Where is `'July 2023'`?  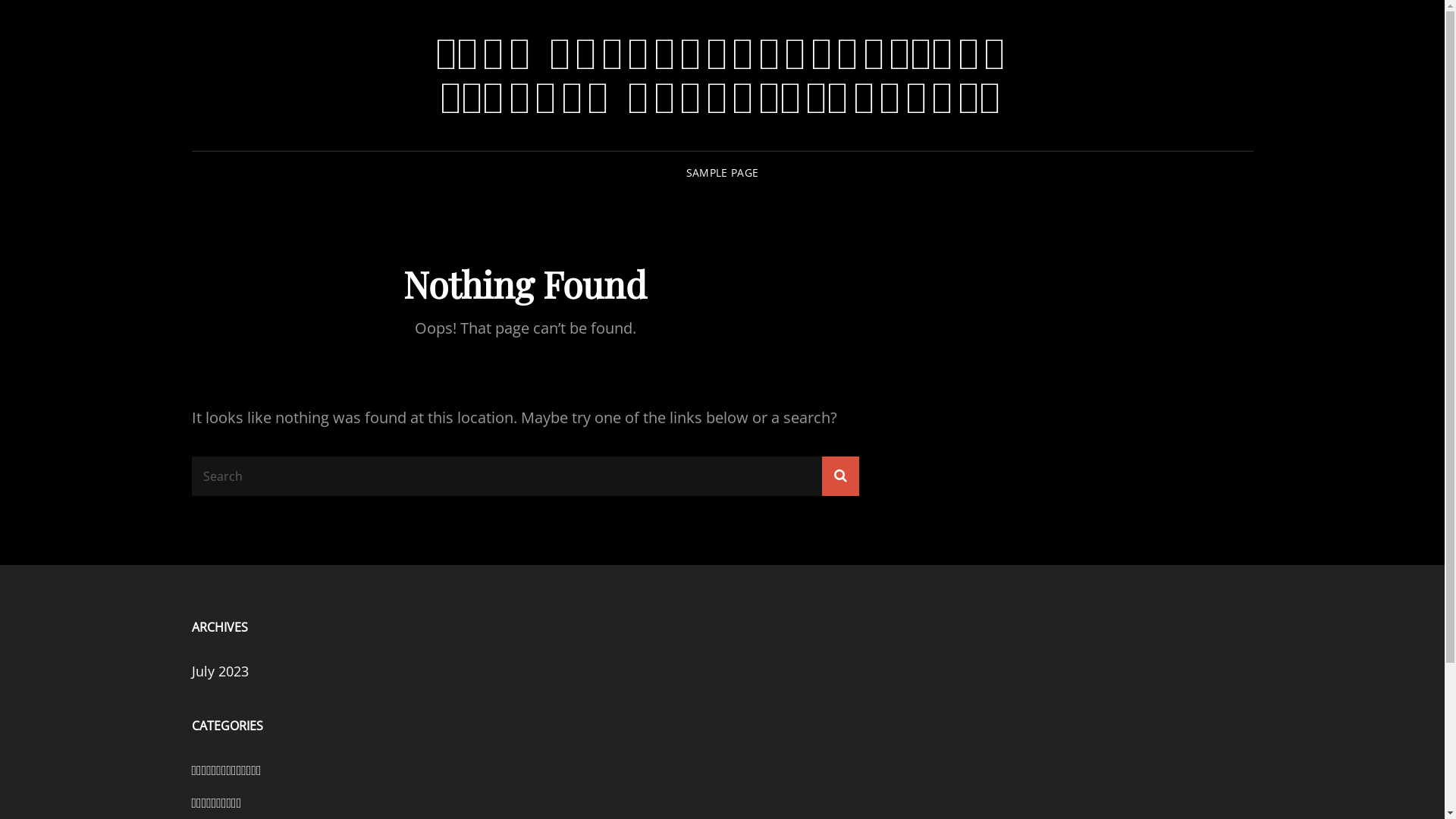
'July 2023' is located at coordinates (218, 670).